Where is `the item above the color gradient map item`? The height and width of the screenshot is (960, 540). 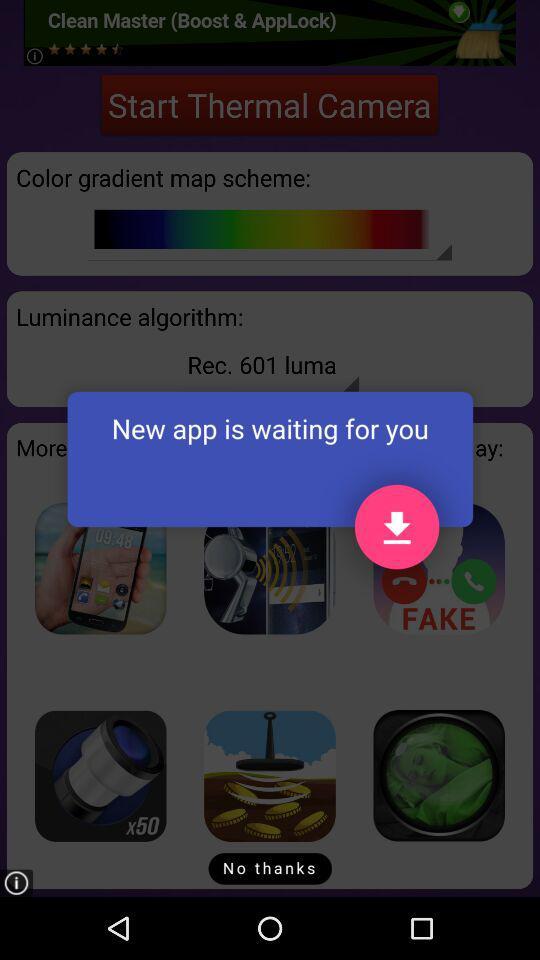
the item above the color gradient map item is located at coordinates (269, 105).